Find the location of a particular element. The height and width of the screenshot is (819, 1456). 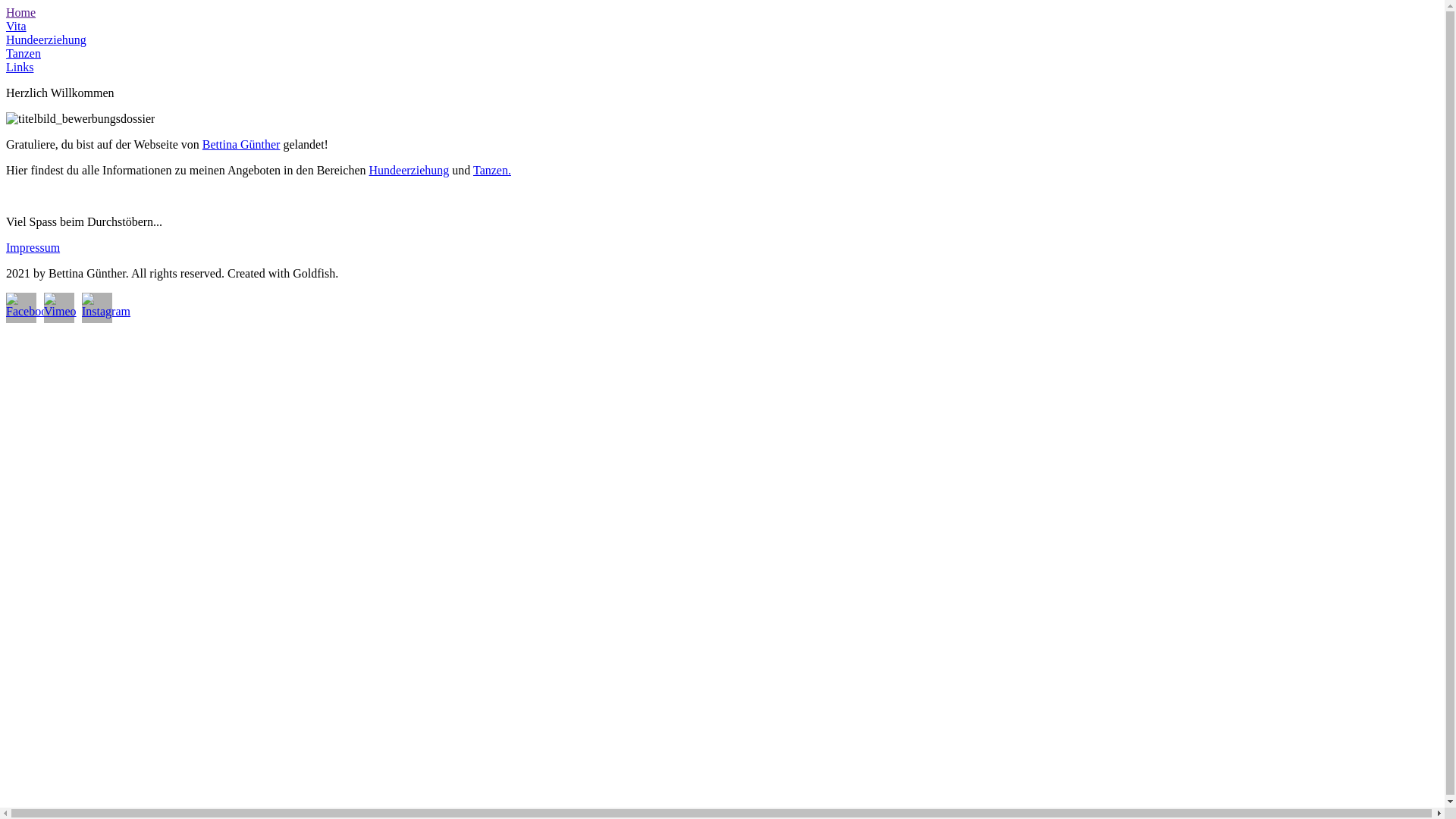

'Links' is located at coordinates (19, 66).